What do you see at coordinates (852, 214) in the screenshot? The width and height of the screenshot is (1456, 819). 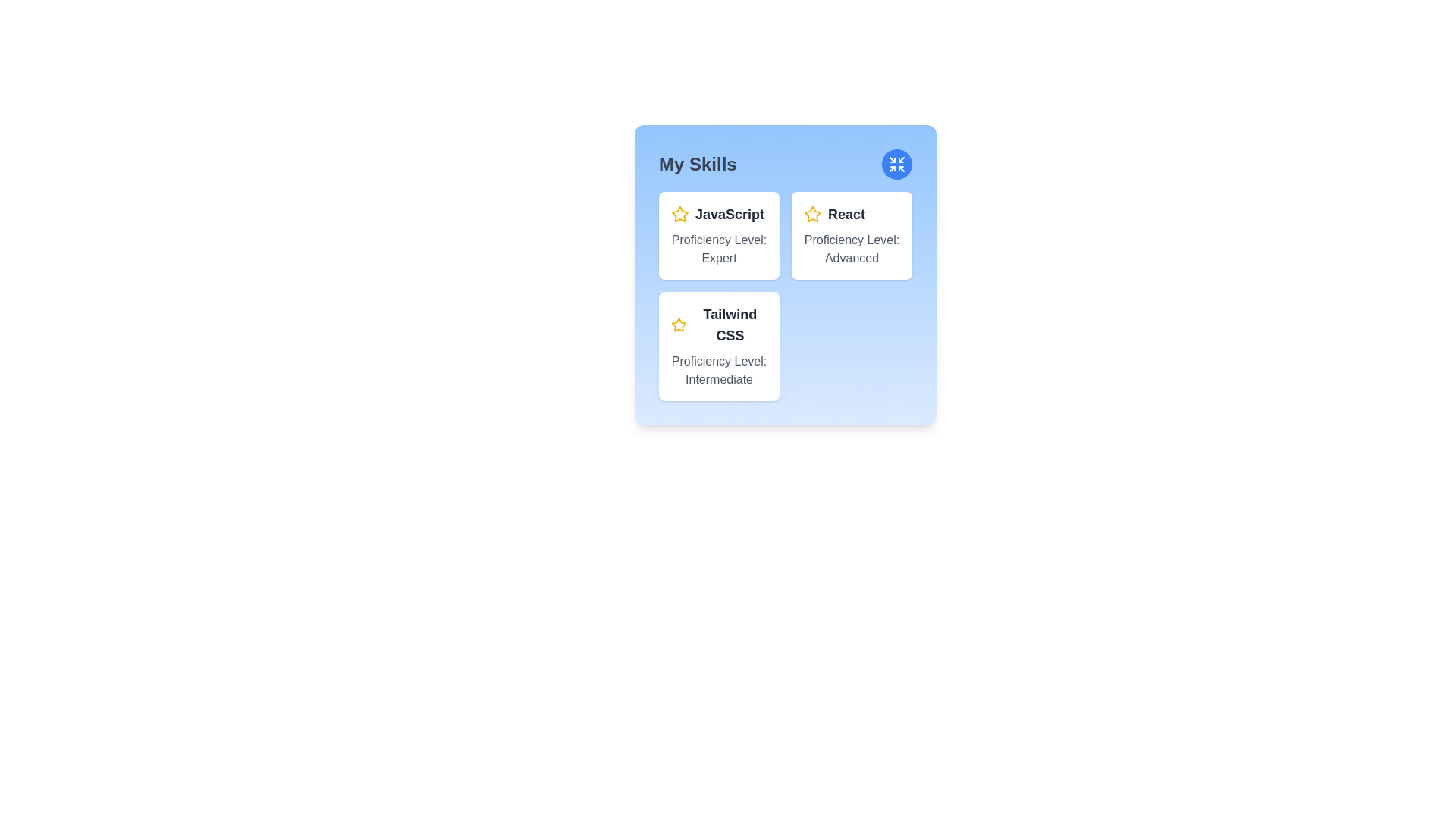 I see `the text label displaying 'React', which is in bold and slightly larger font, located in the top-right corner of the skills section, adjacent to a yellow star icon` at bounding box center [852, 214].